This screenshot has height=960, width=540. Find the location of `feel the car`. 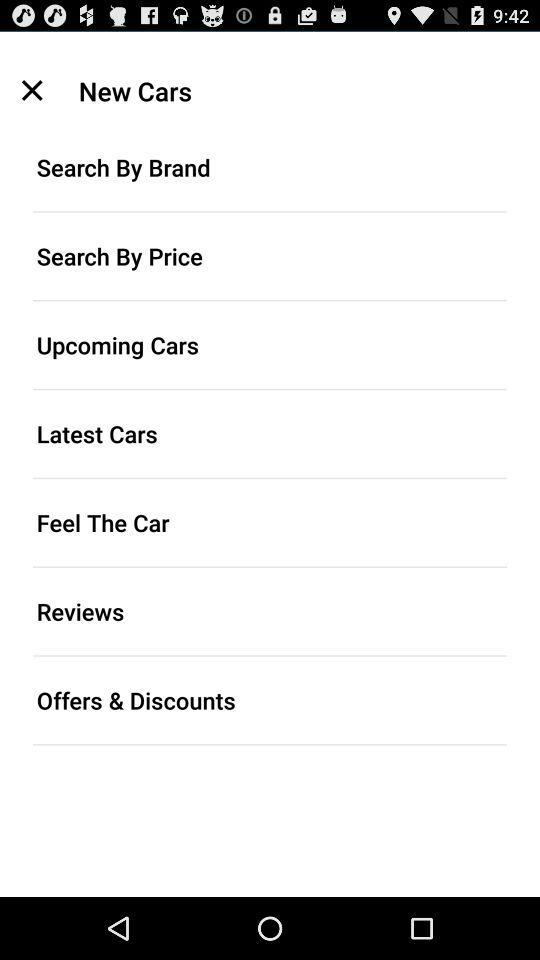

feel the car is located at coordinates (270, 521).